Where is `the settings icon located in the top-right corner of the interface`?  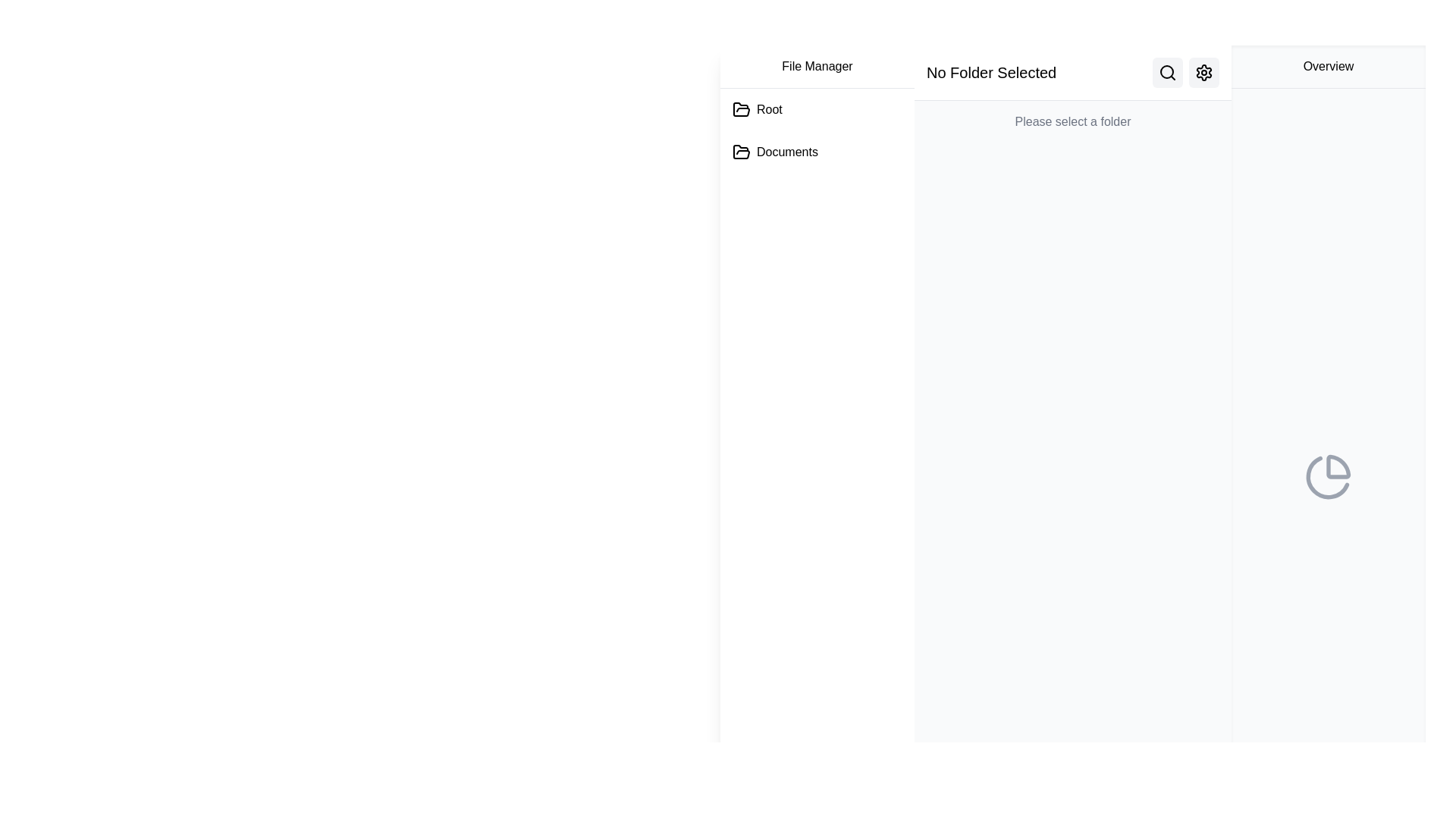 the settings icon located in the top-right corner of the interface is located at coordinates (1203, 73).